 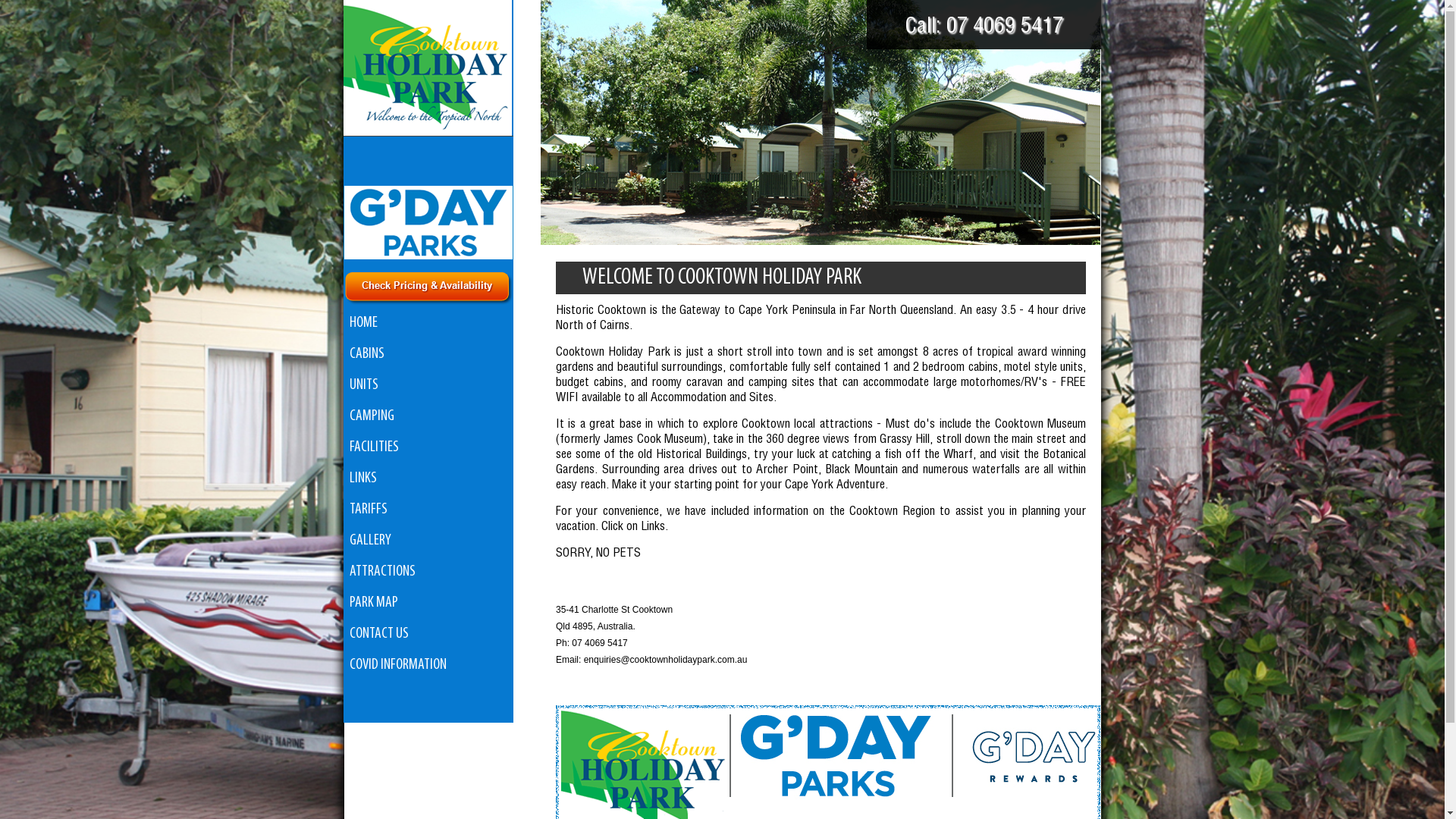 What do you see at coordinates (428, 447) in the screenshot?
I see `'FACILITIES'` at bounding box center [428, 447].